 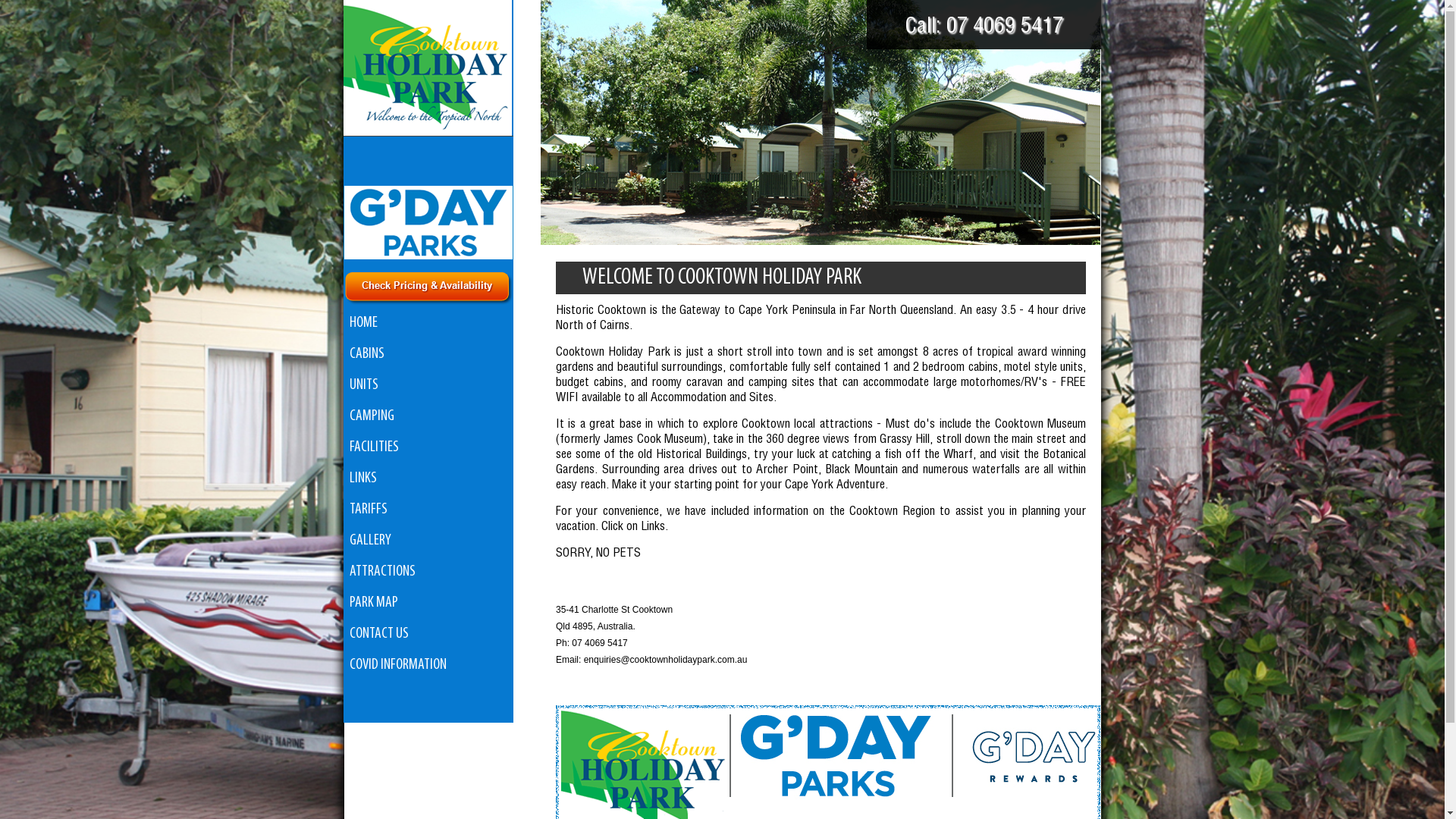 What do you see at coordinates (428, 447) in the screenshot?
I see `'FACILITIES'` at bounding box center [428, 447].